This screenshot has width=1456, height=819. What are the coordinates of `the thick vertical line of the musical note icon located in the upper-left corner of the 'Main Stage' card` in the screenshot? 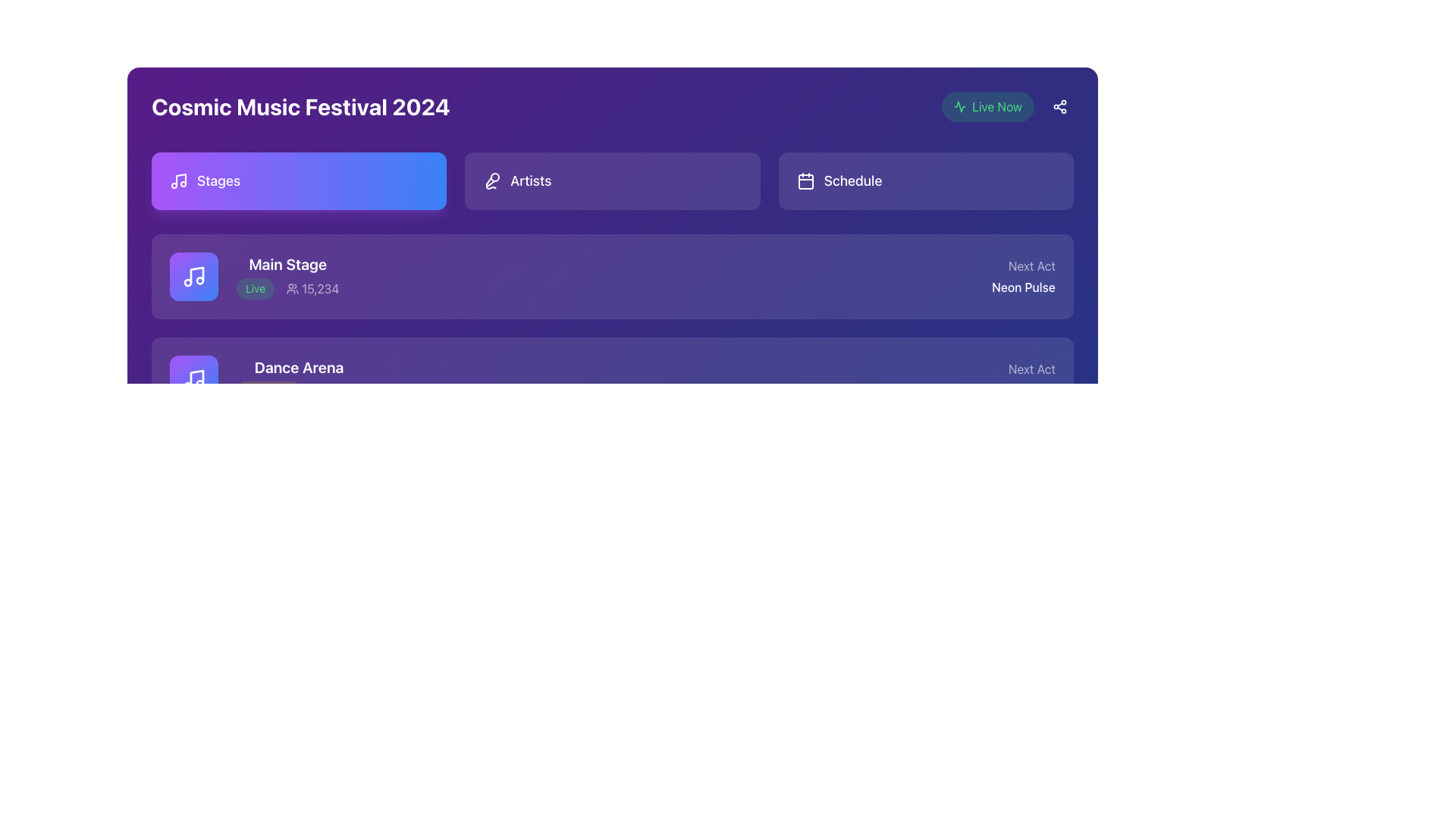 It's located at (196, 275).